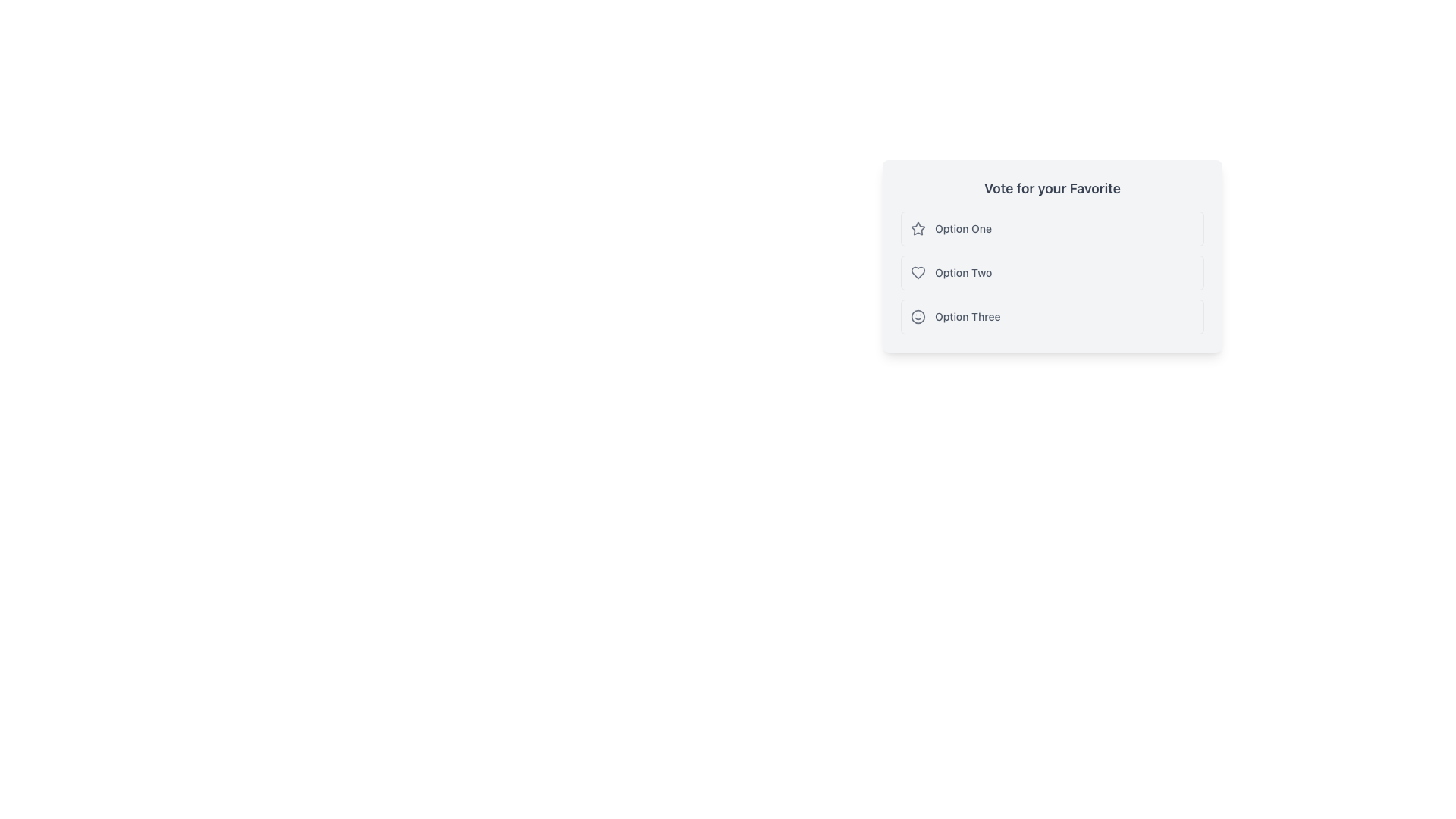 Image resolution: width=1456 pixels, height=819 pixels. Describe the element at coordinates (967, 315) in the screenshot. I see `text content of the label 'Option Three' located in the third row of a vertical list, positioned to the right of a smiley face icon` at that location.